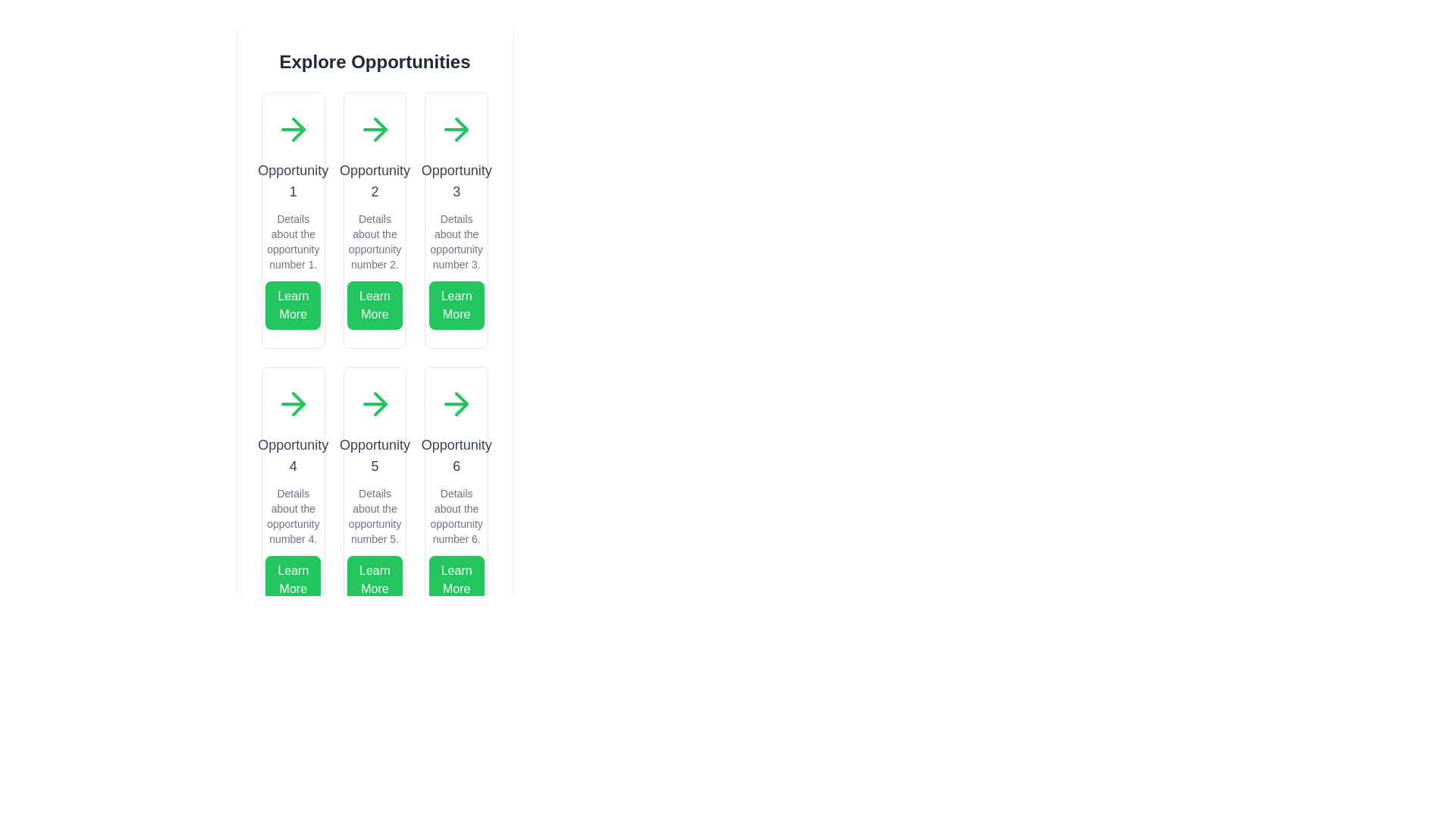  I want to click on the call-to-action button located below the description text 'Details about the opportunity number 3' in the top-right corner of the interface grid layout, so click(456, 305).